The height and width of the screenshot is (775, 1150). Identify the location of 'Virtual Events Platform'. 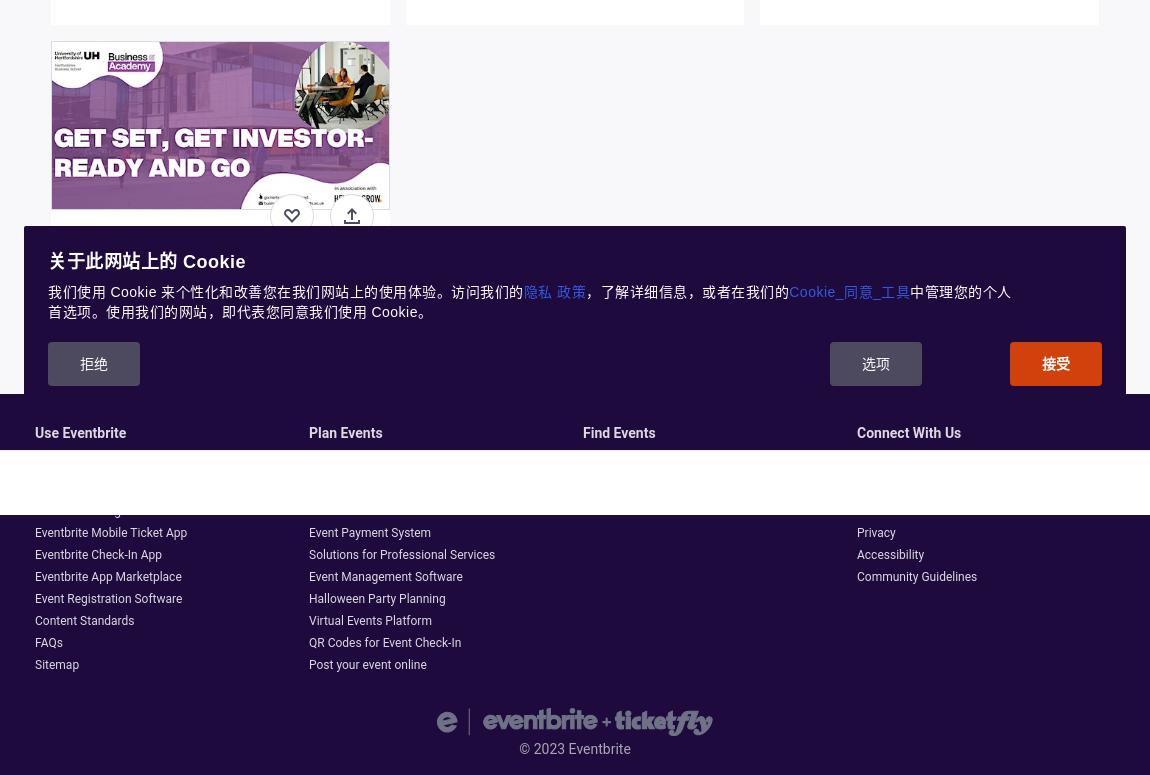
(369, 621).